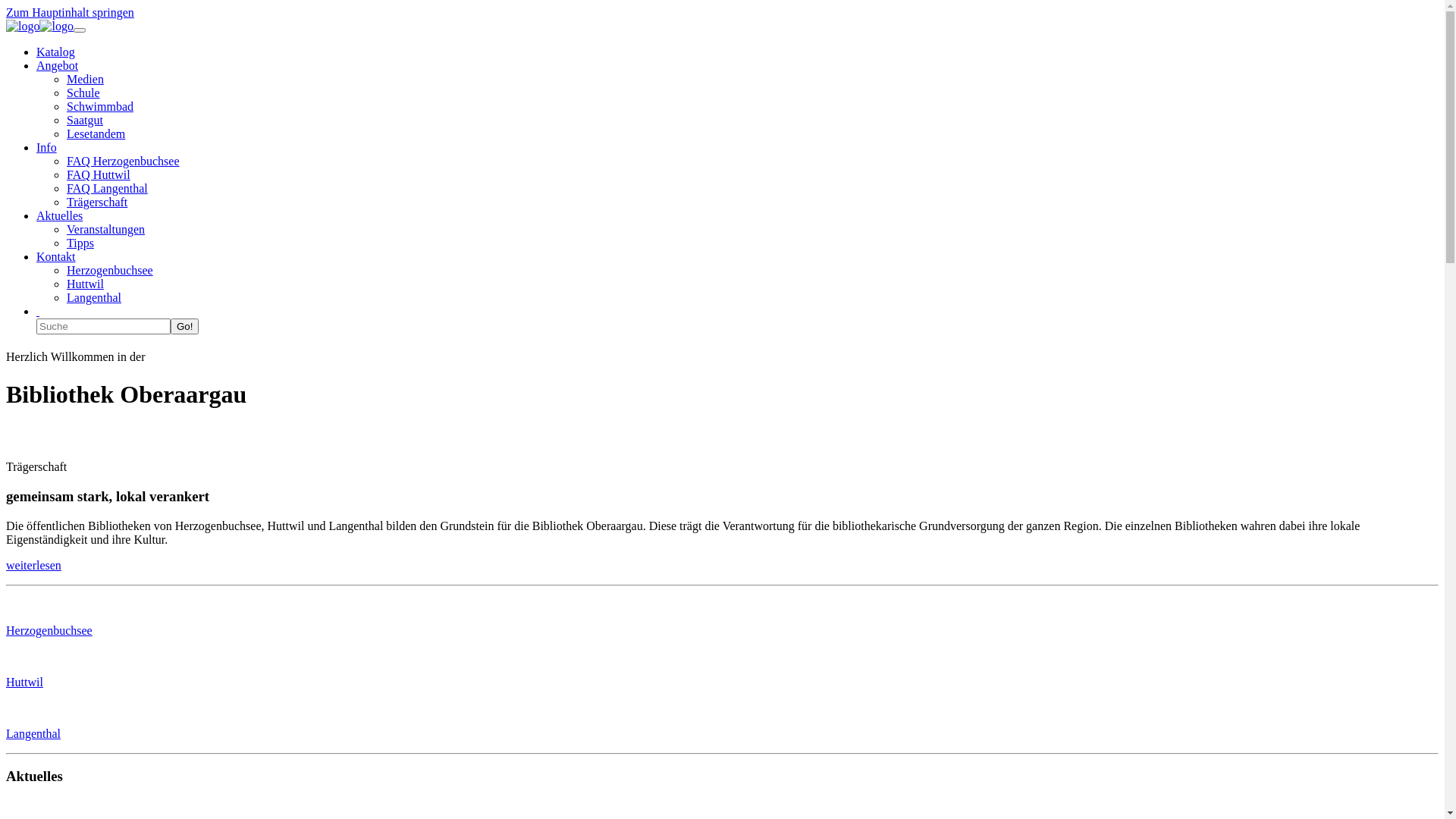 This screenshot has height=819, width=1456. What do you see at coordinates (55, 51) in the screenshot?
I see `'Katalog'` at bounding box center [55, 51].